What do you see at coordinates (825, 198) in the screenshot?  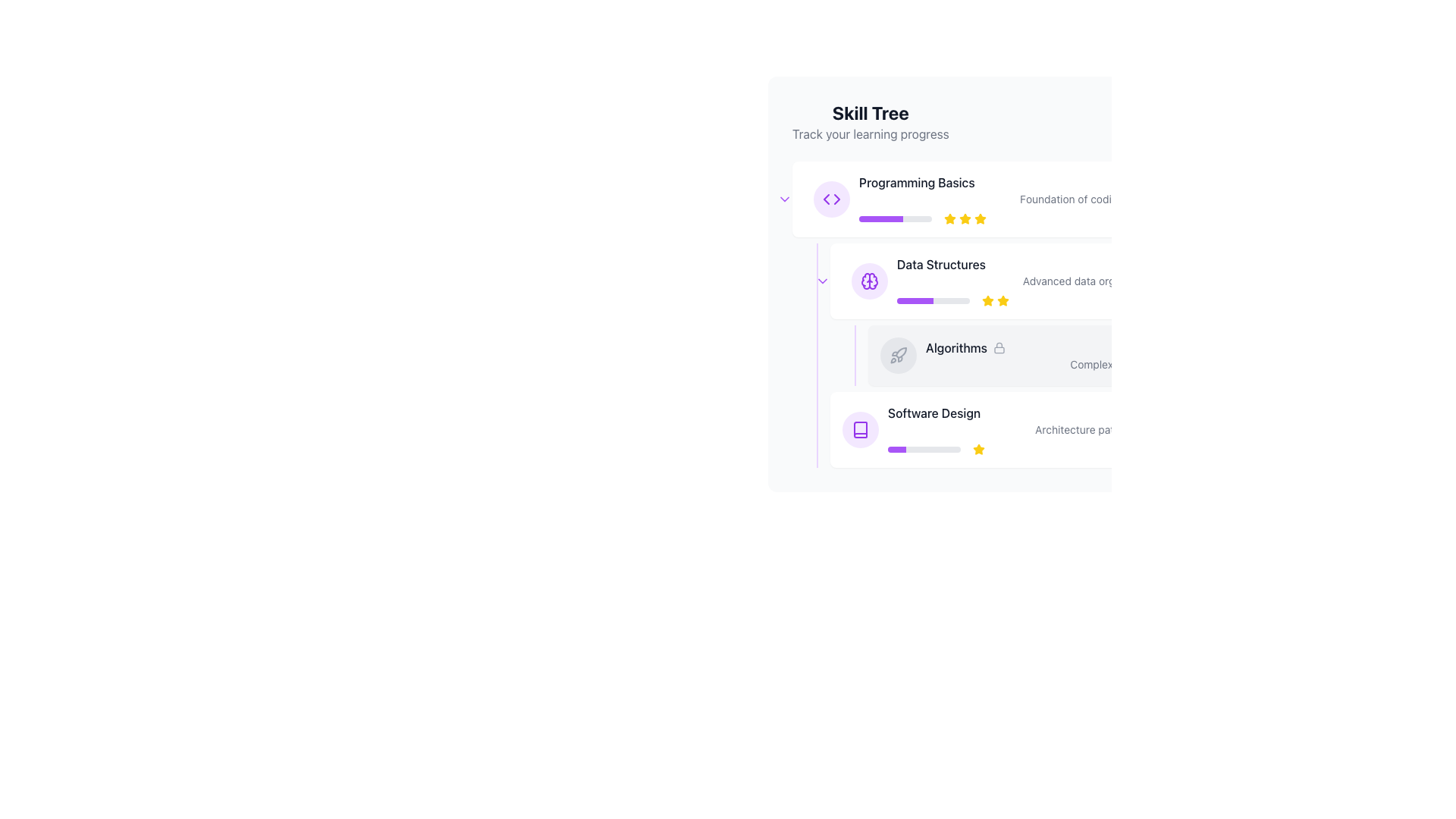 I see `the left-pointing triangular graphical element filled with purple, part of the two-arrow icon to the left of the 'Programming Basics' item in the 'Skill Tree' section` at bounding box center [825, 198].